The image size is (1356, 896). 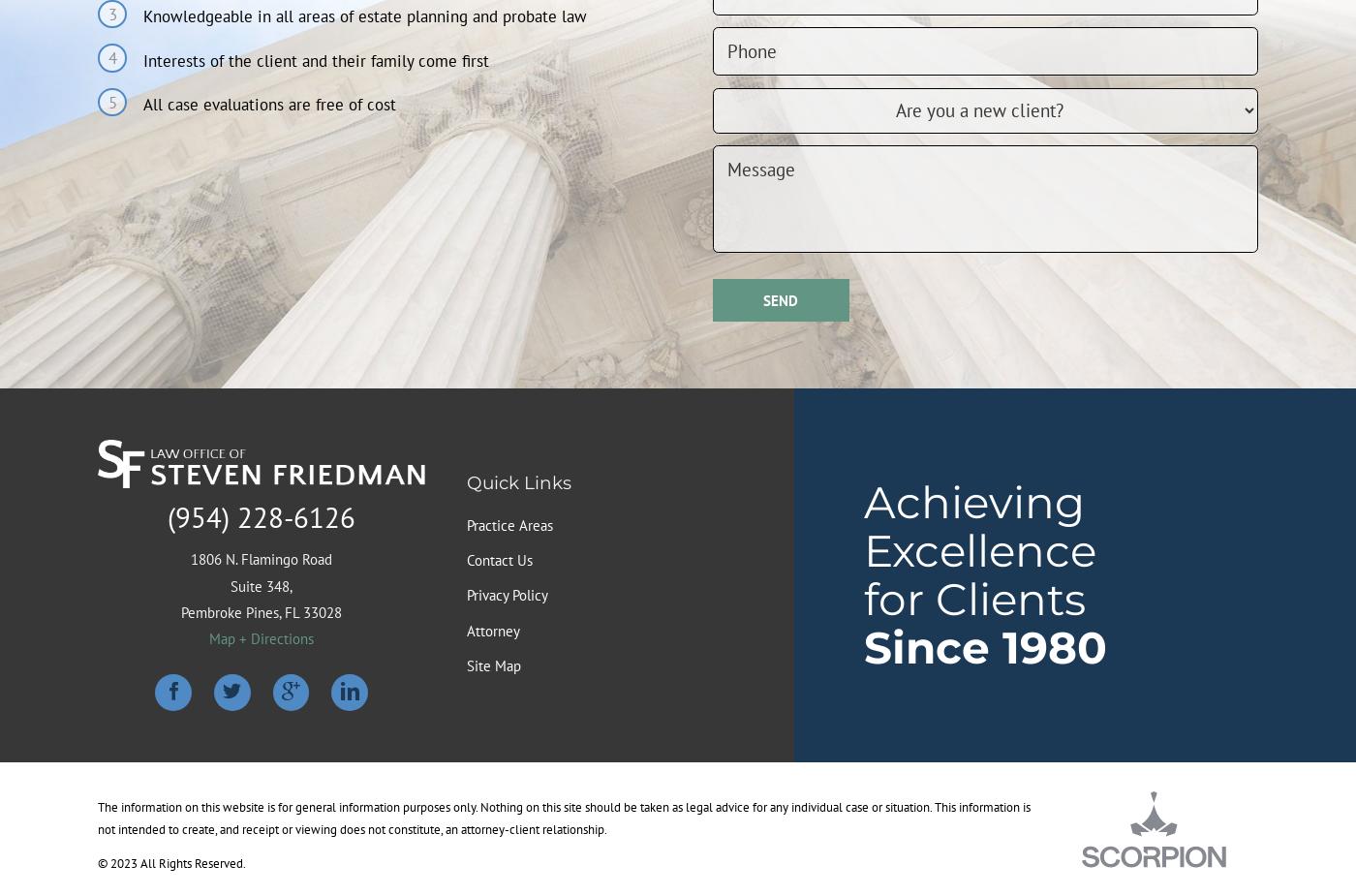 I want to click on 'Practice Areas', so click(x=509, y=524).